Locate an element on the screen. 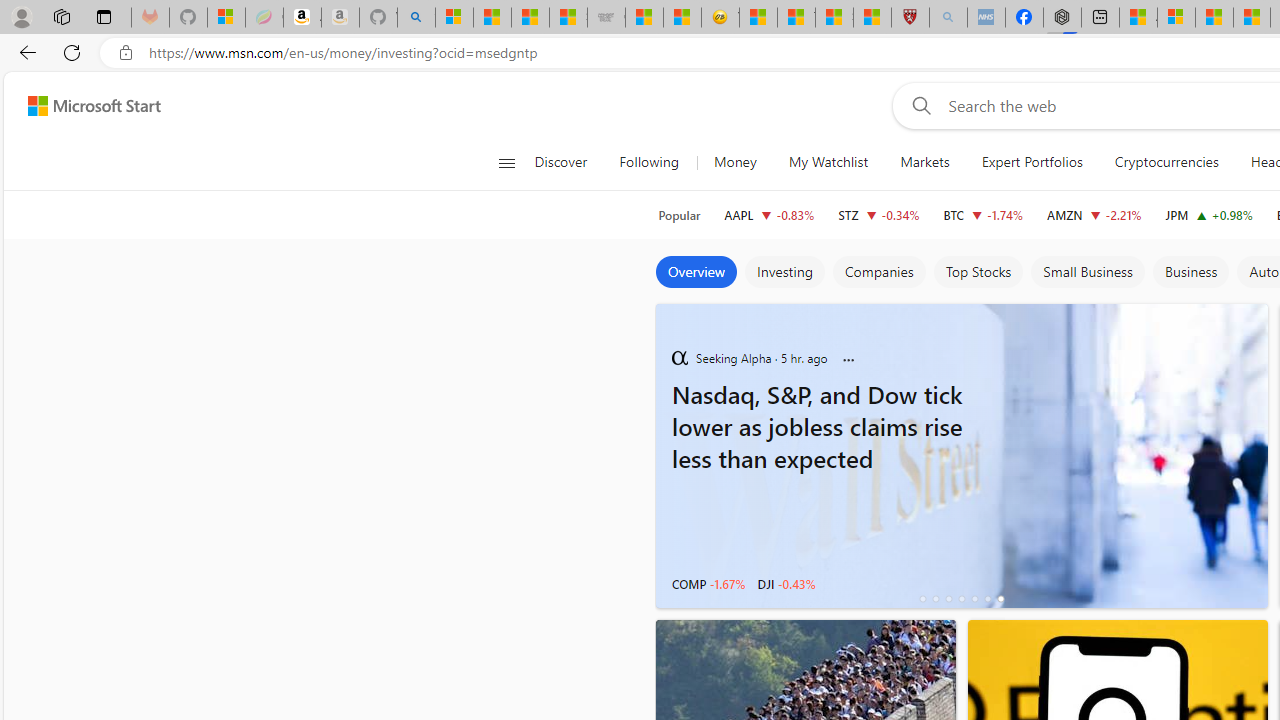  'DJI -0.43%' is located at coordinates (785, 583).